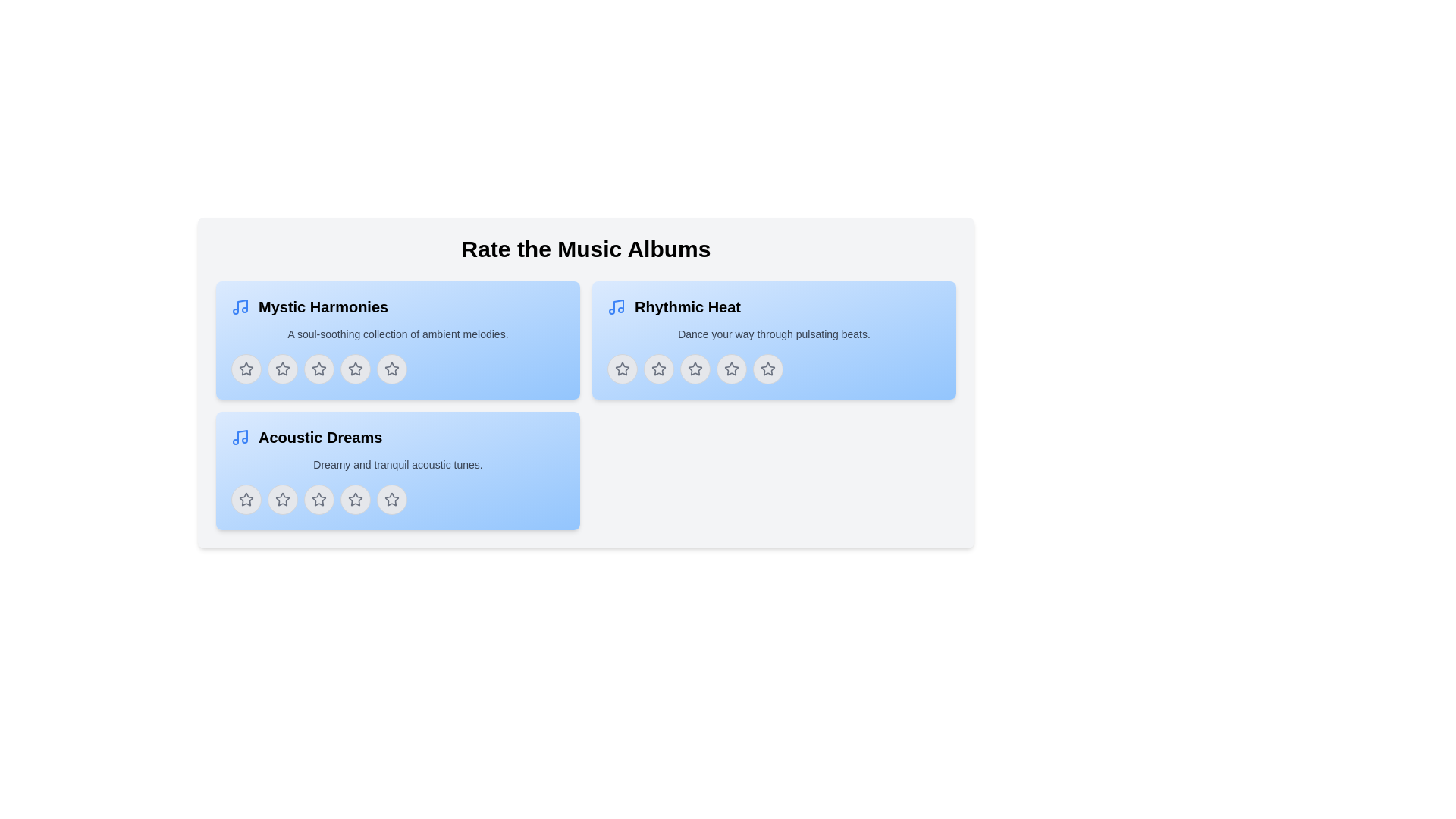 The height and width of the screenshot is (819, 1456). I want to click on the first star-shaped icon in the rating row under 'Mystic Harmonies', so click(246, 369).